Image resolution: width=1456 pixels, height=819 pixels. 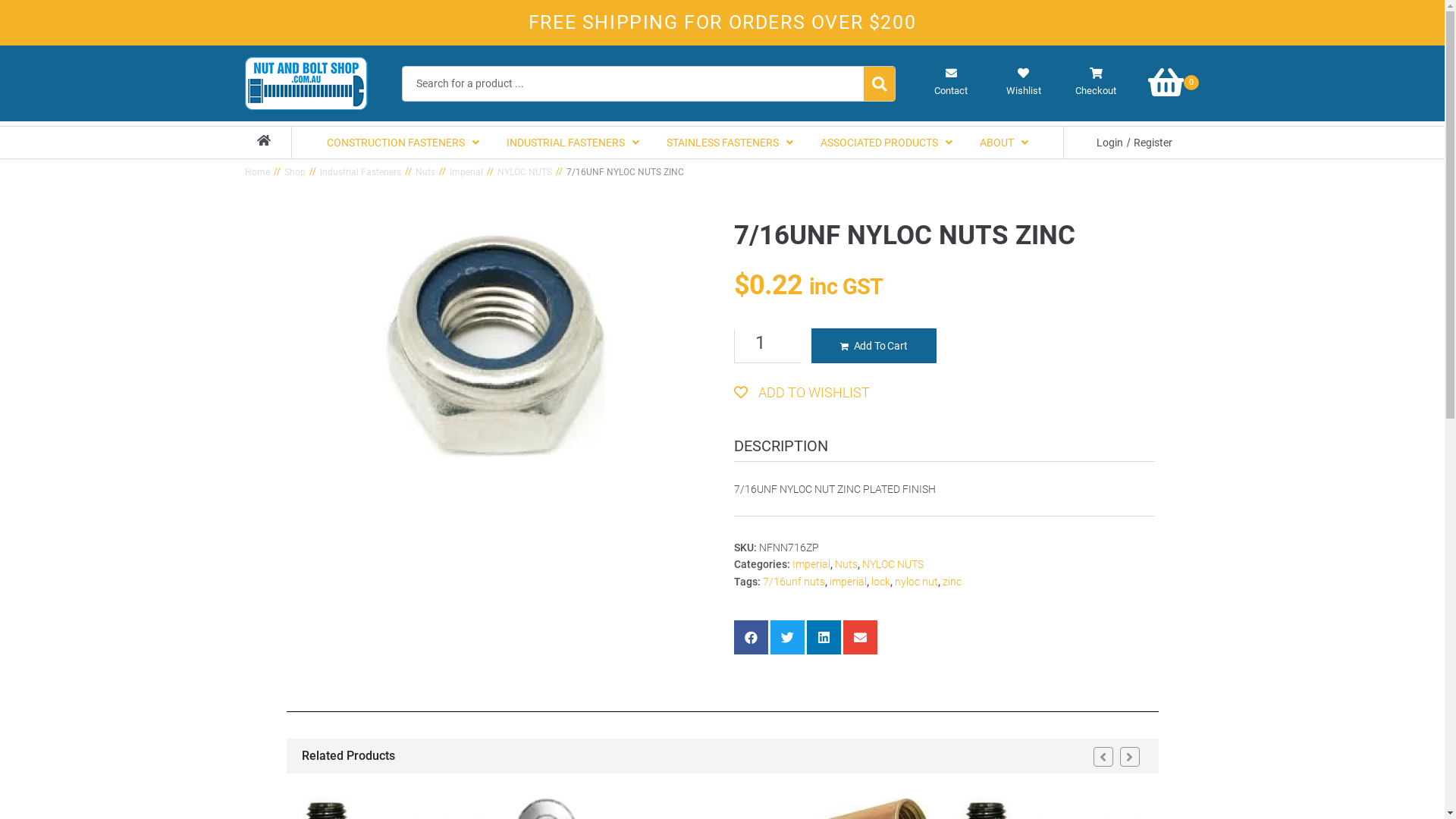 What do you see at coordinates (792, 581) in the screenshot?
I see `'7/16unf nuts'` at bounding box center [792, 581].